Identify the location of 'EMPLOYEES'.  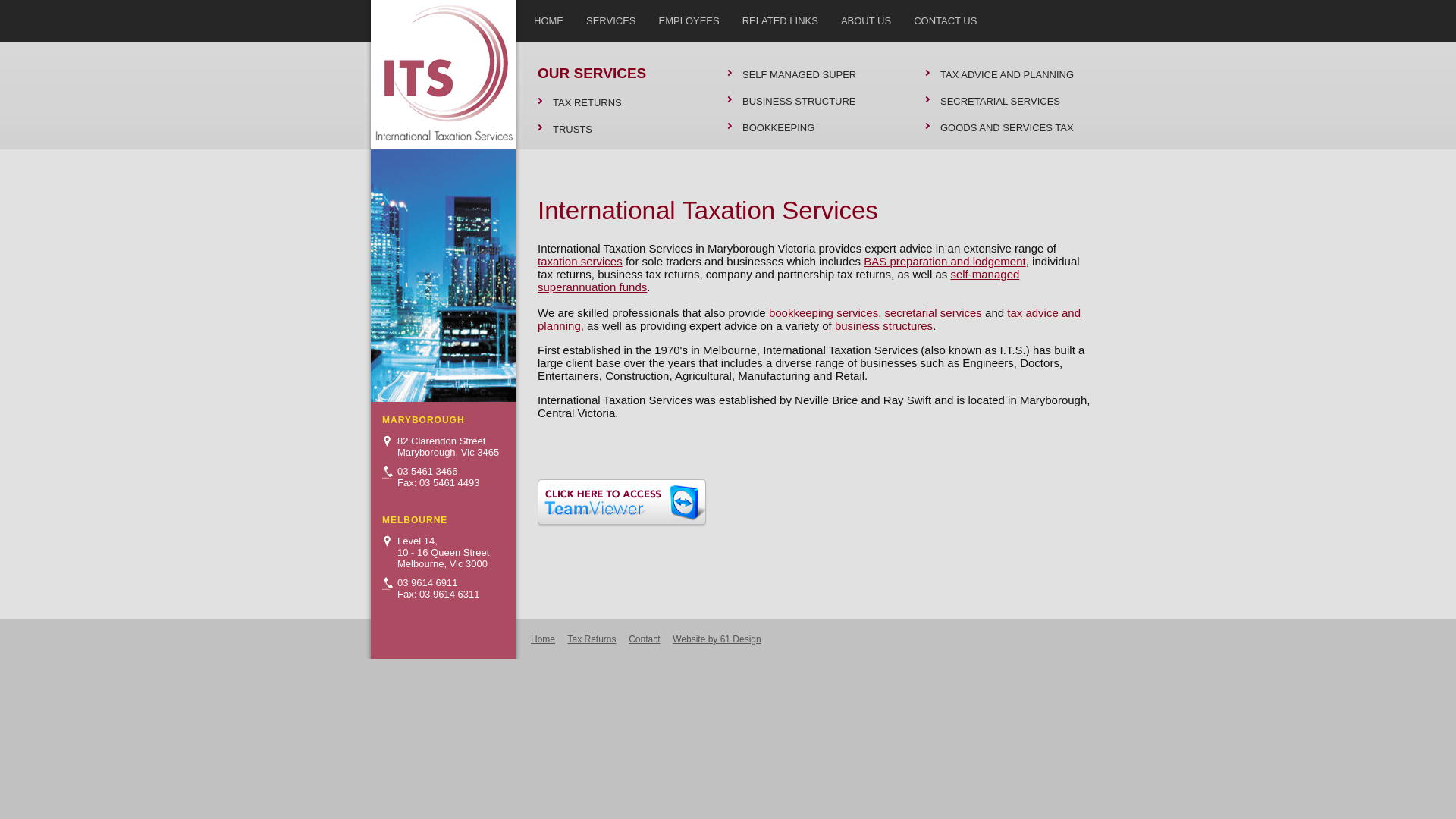
(648, 18).